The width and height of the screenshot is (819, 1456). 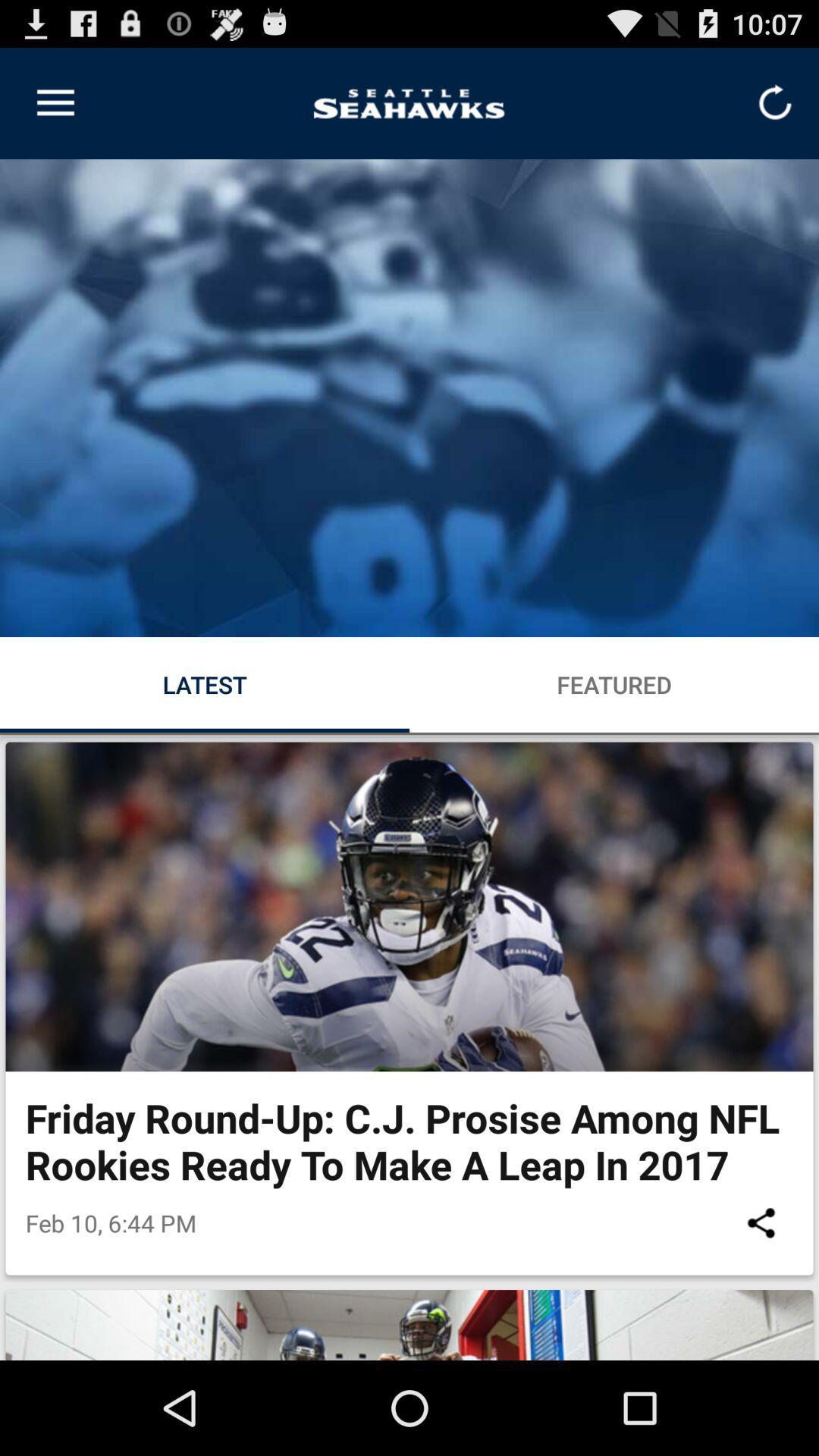 I want to click on item next to the feb 10 6, so click(x=761, y=1222).